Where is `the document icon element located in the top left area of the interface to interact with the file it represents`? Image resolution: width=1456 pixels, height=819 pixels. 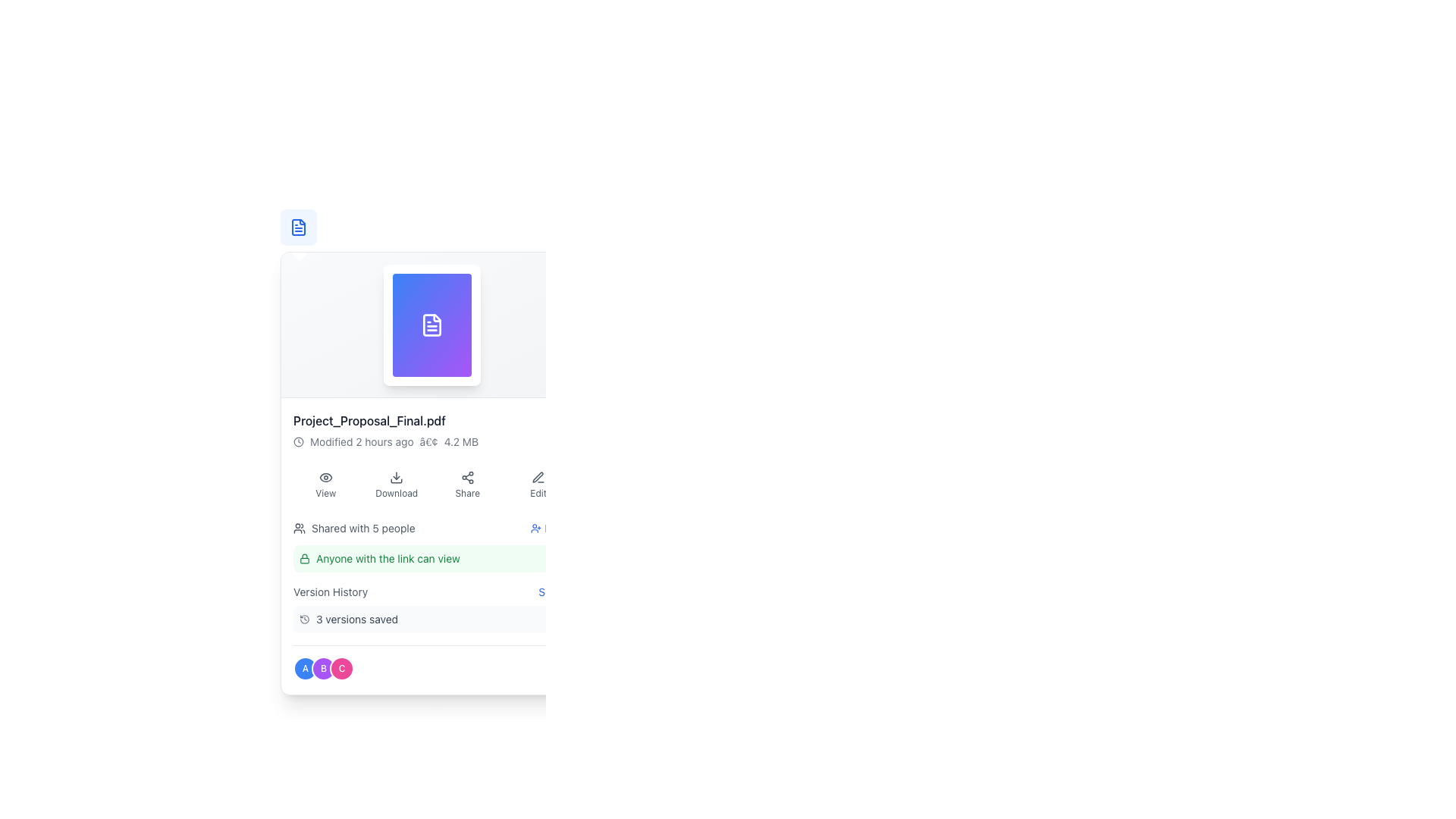
the document icon element located in the top left area of the interface to interact with the file it represents is located at coordinates (298, 227).